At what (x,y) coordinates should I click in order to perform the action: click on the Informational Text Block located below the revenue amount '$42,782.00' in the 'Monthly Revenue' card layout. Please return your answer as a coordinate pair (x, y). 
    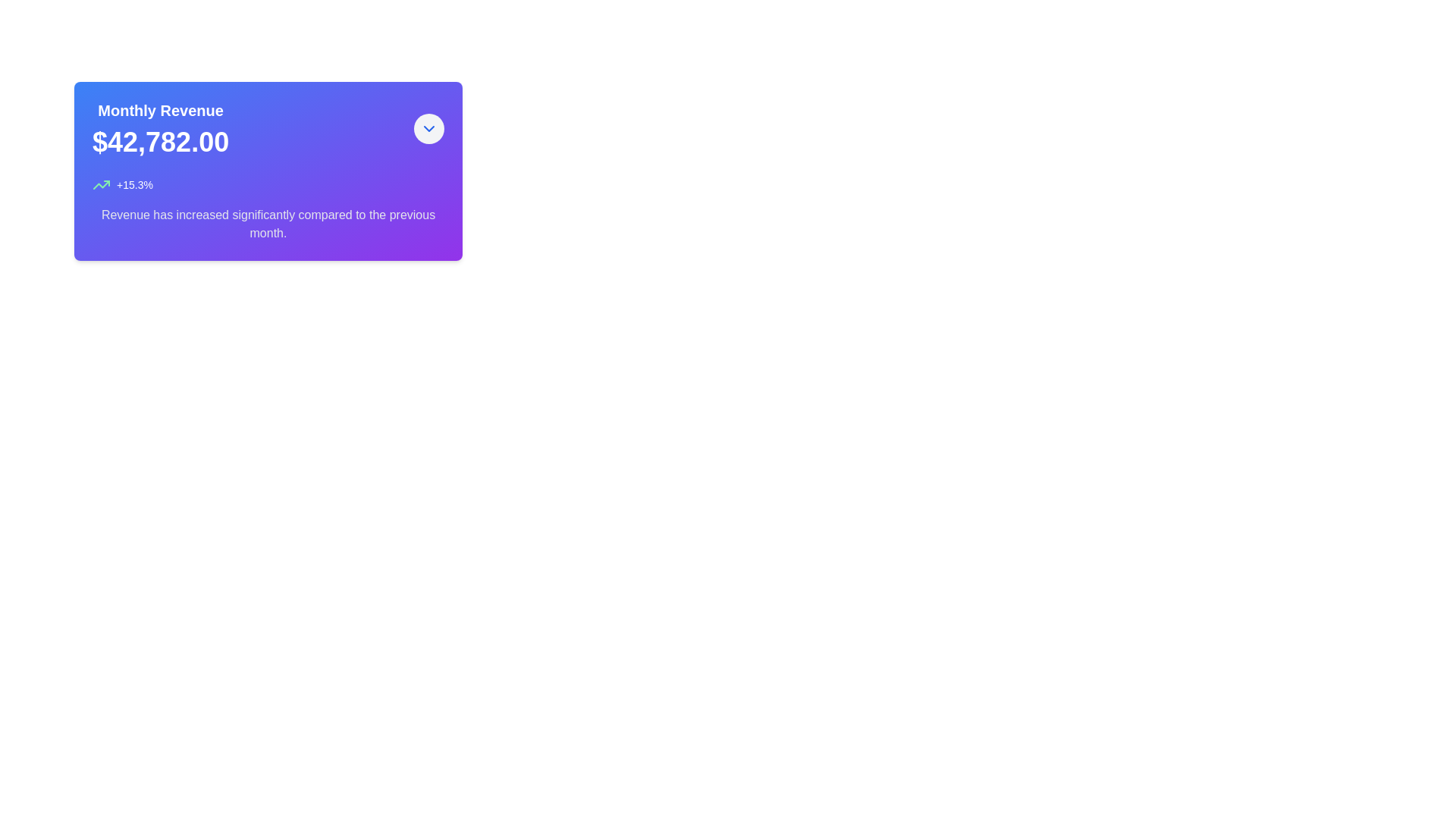
    Looking at the image, I should click on (268, 209).